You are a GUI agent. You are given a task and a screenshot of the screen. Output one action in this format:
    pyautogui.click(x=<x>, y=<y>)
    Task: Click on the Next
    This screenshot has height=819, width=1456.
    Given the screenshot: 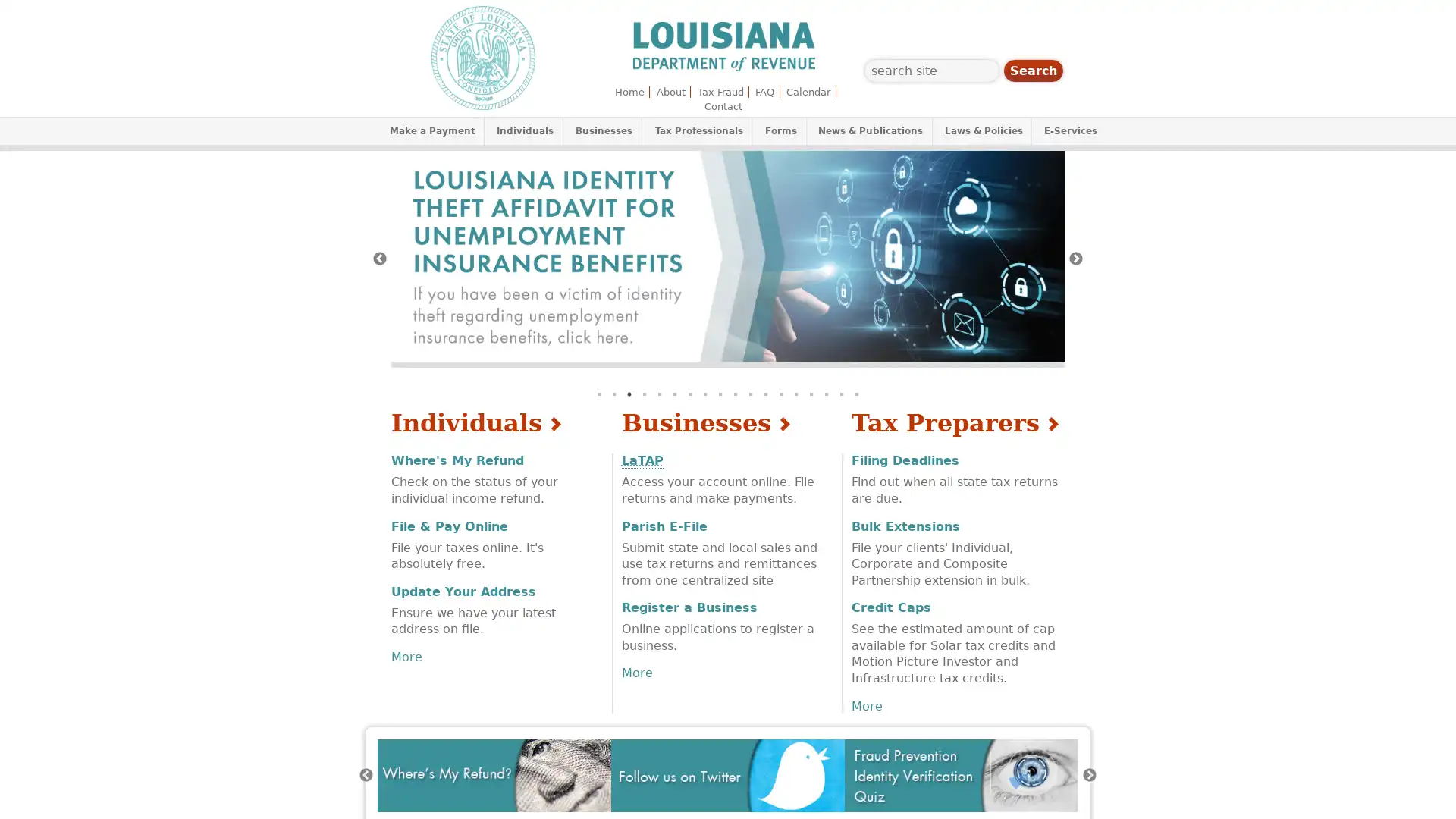 What is the action you would take?
    pyautogui.click(x=1075, y=257)
    